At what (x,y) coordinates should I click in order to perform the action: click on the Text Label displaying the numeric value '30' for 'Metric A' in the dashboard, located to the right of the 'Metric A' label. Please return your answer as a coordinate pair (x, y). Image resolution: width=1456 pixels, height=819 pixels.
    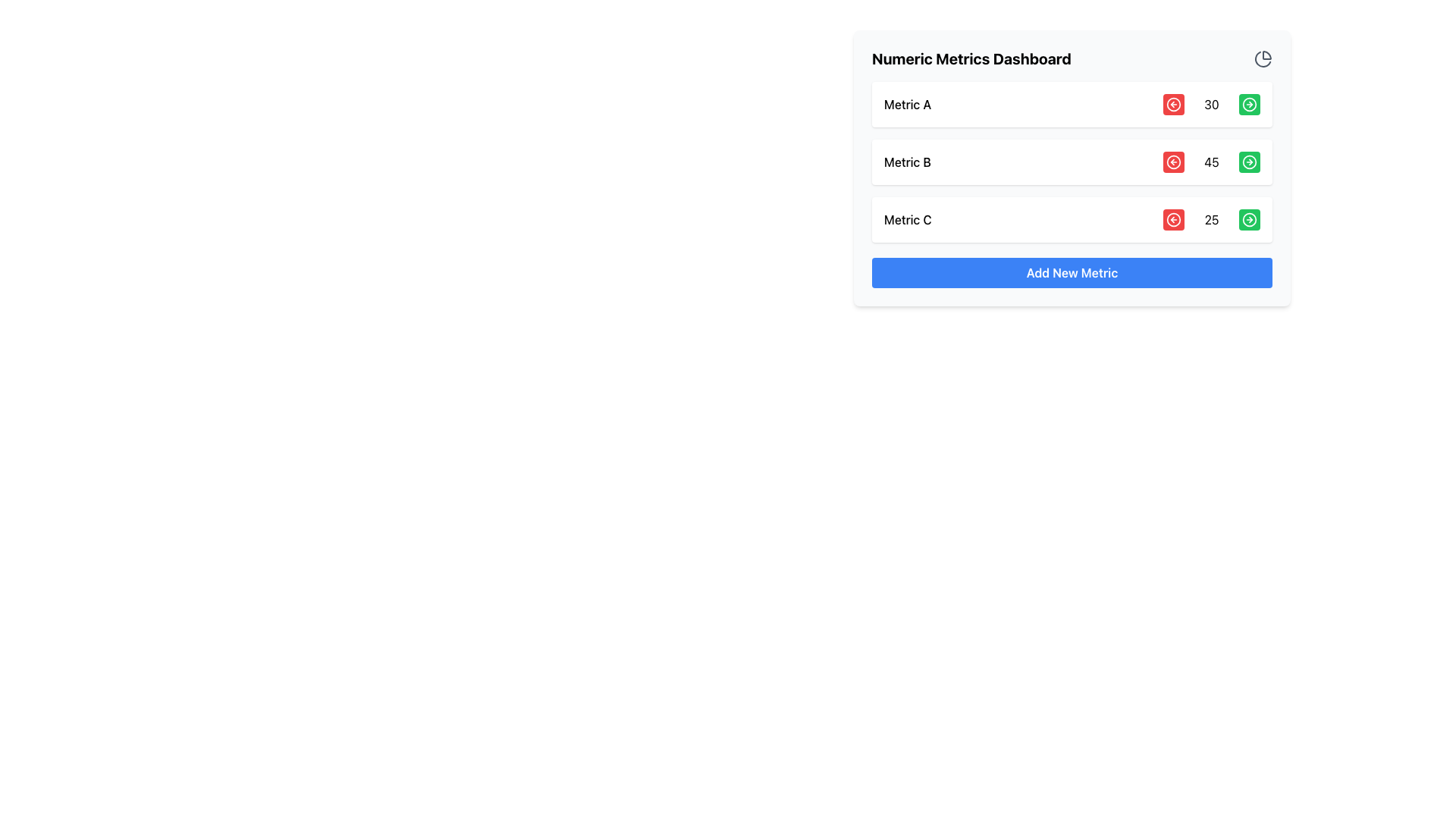
    Looking at the image, I should click on (1211, 104).